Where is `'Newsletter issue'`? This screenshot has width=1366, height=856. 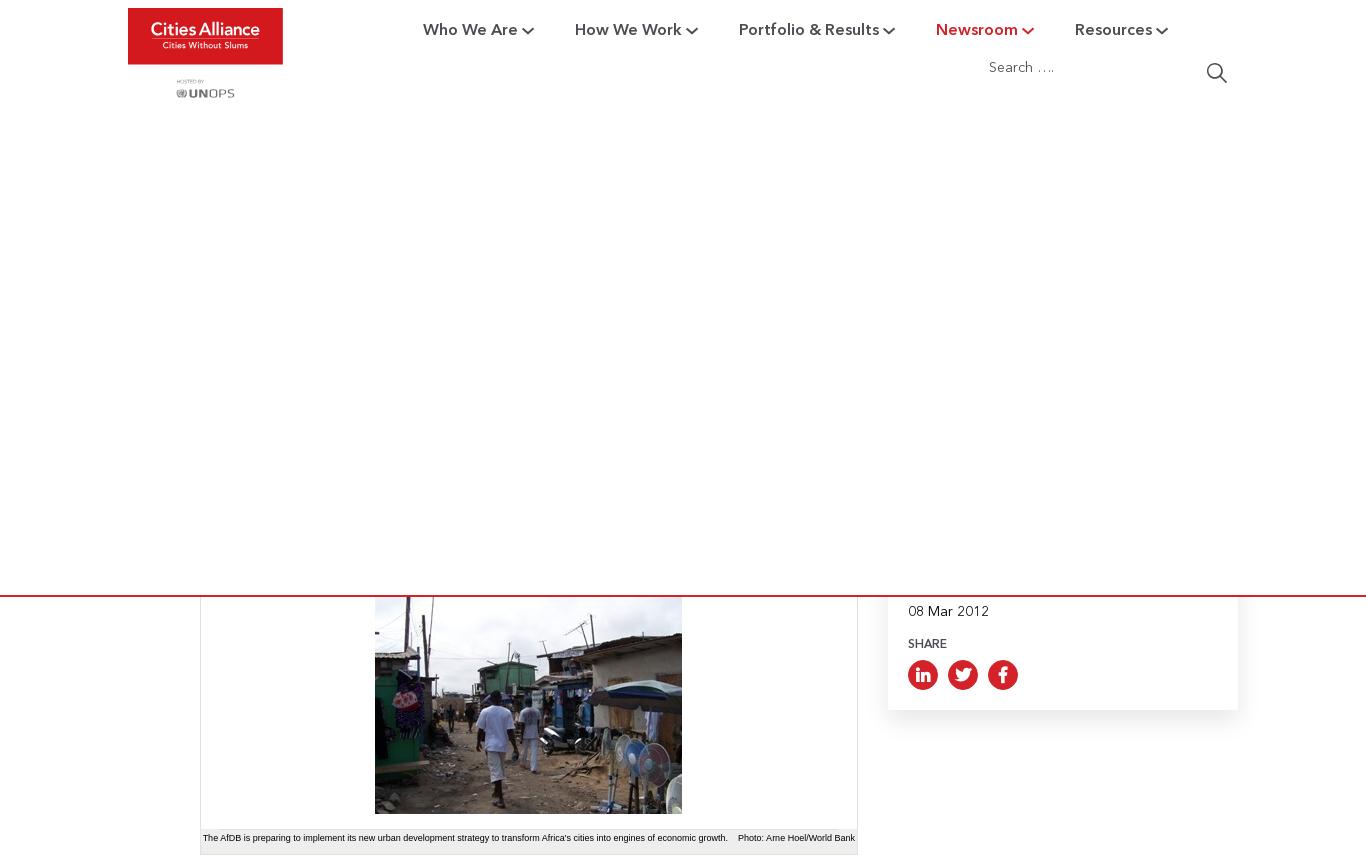 'Newsletter issue' is located at coordinates (576, 291).